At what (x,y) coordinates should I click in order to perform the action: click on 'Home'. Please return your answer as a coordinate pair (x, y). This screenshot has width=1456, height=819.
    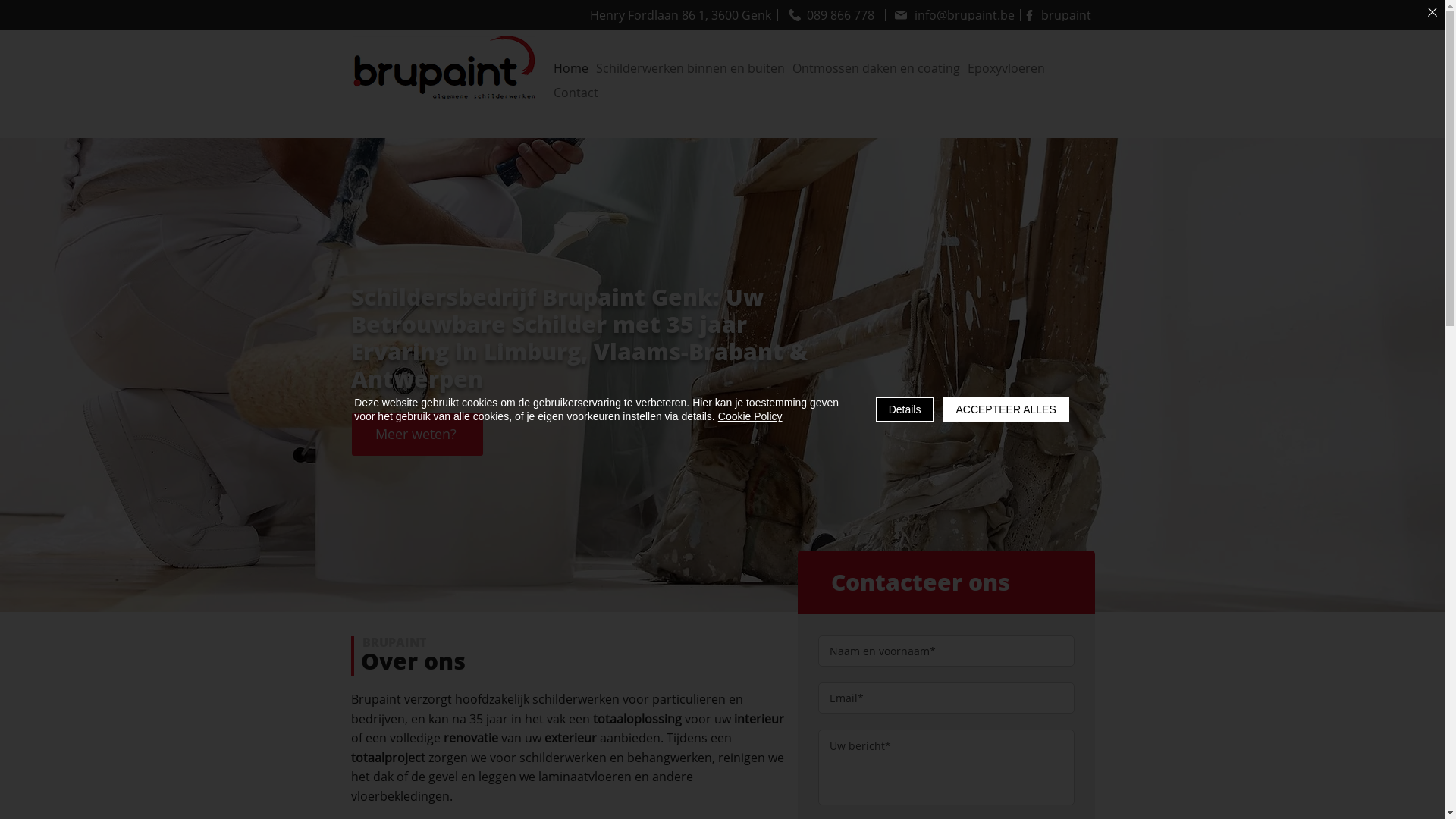
    Looking at the image, I should click on (570, 67).